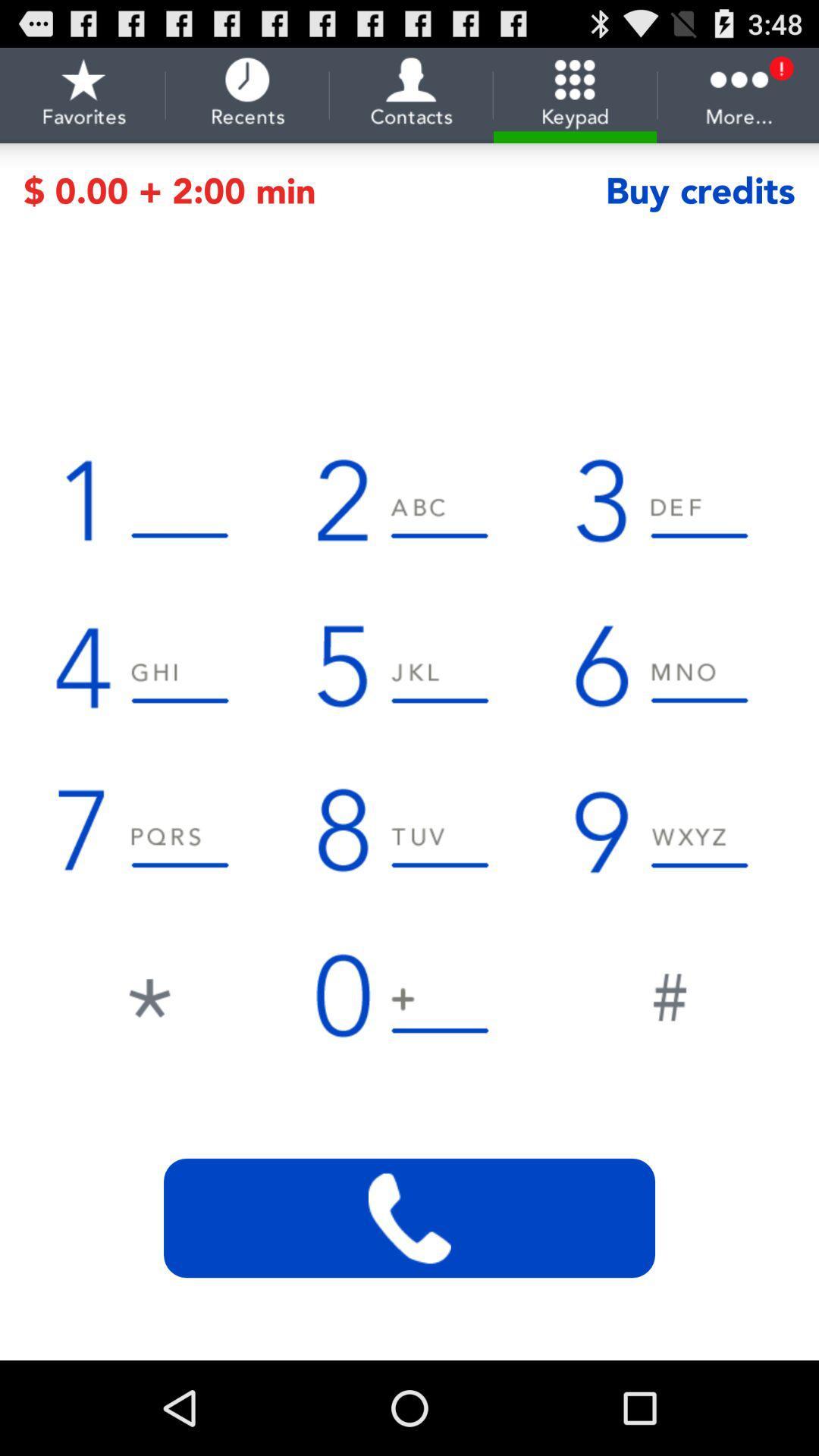  Describe the element at coordinates (409, 665) in the screenshot. I see `the digit 5 text jkl` at that location.